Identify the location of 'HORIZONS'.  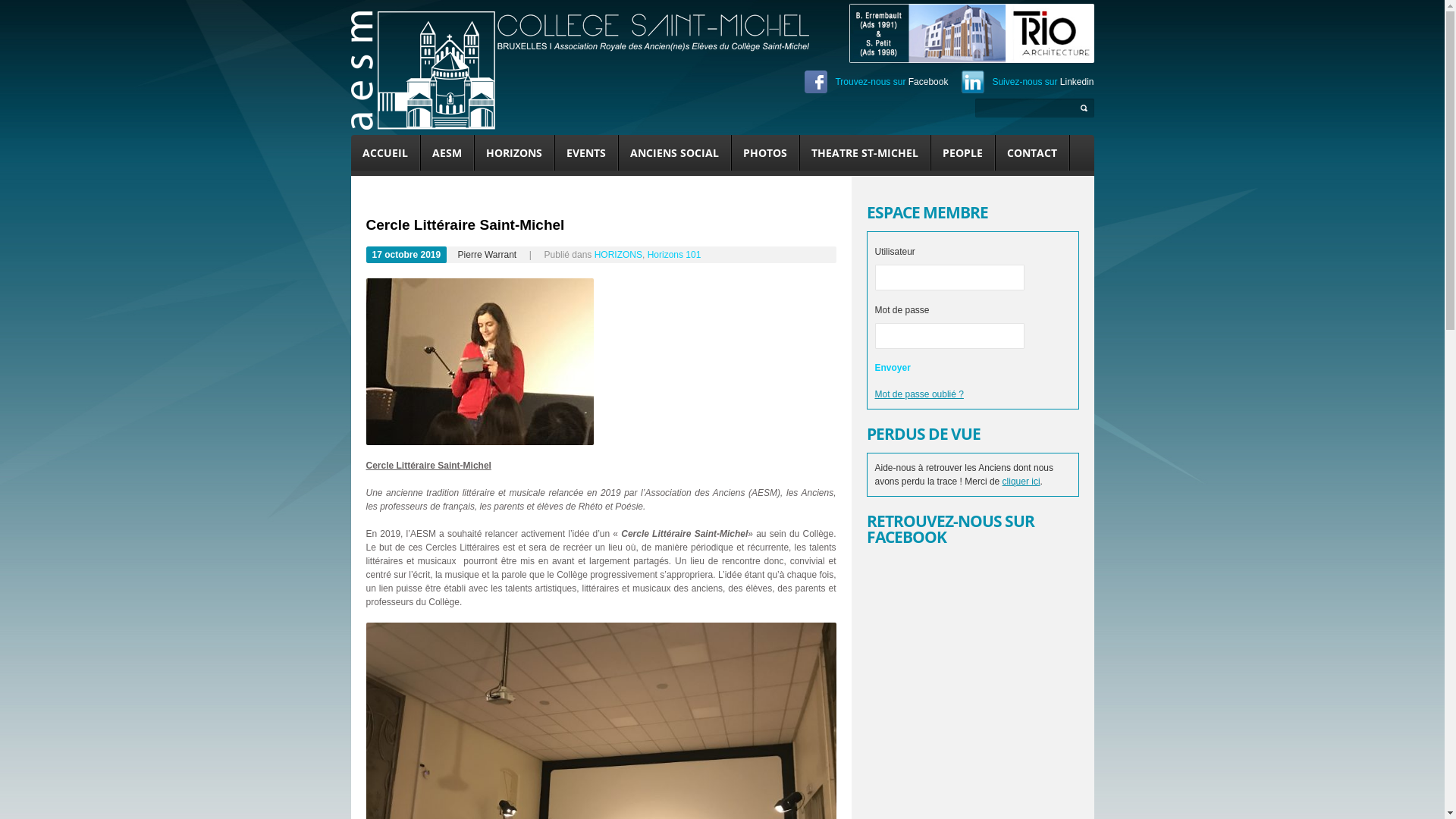
(618, 253).